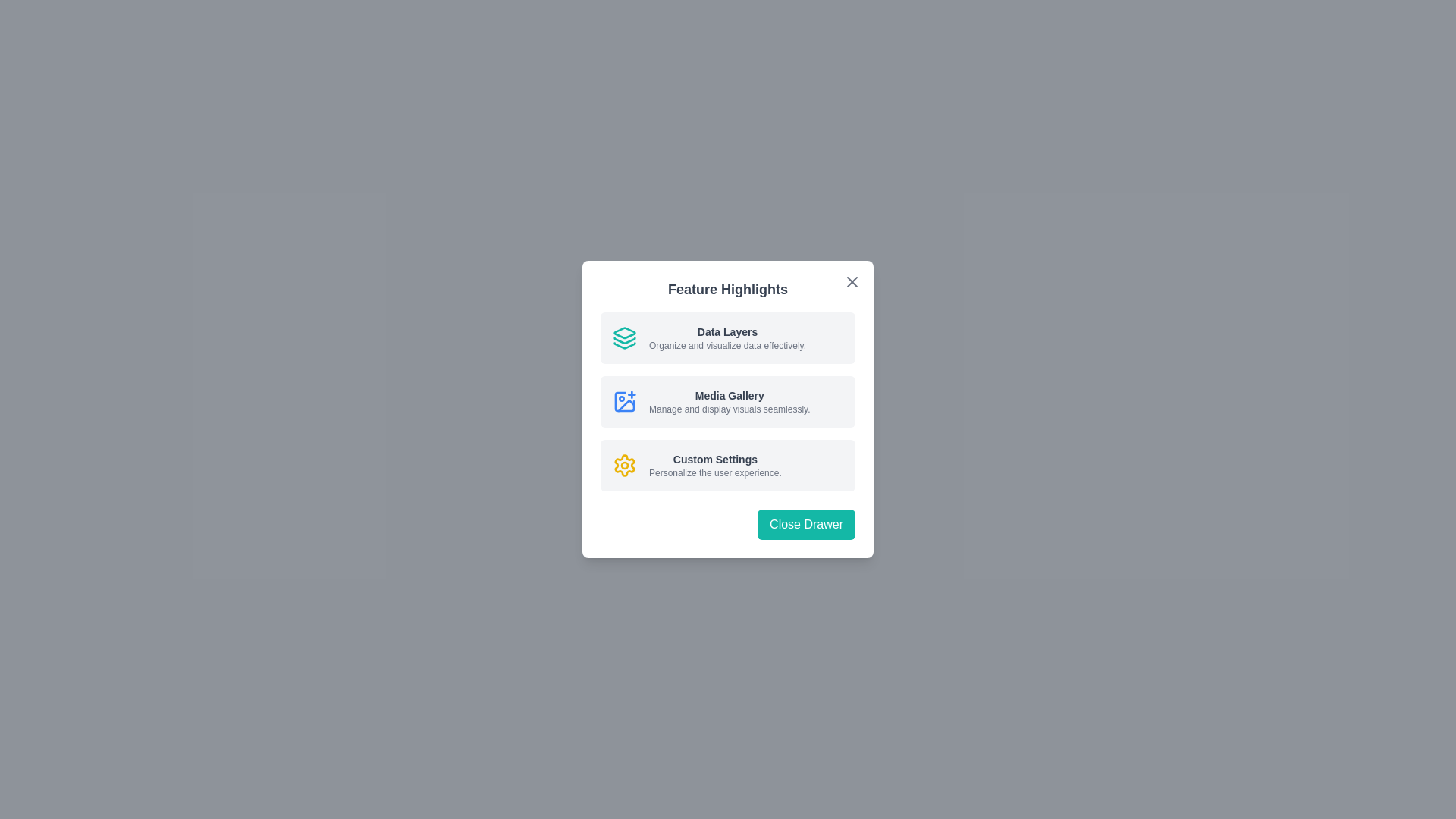 The image size is (1456, 819). I want to click on the text label that provides descriptive details about the 'Custom Settings' feature, located under the 'Custom Settings' title, so click(714, 472).